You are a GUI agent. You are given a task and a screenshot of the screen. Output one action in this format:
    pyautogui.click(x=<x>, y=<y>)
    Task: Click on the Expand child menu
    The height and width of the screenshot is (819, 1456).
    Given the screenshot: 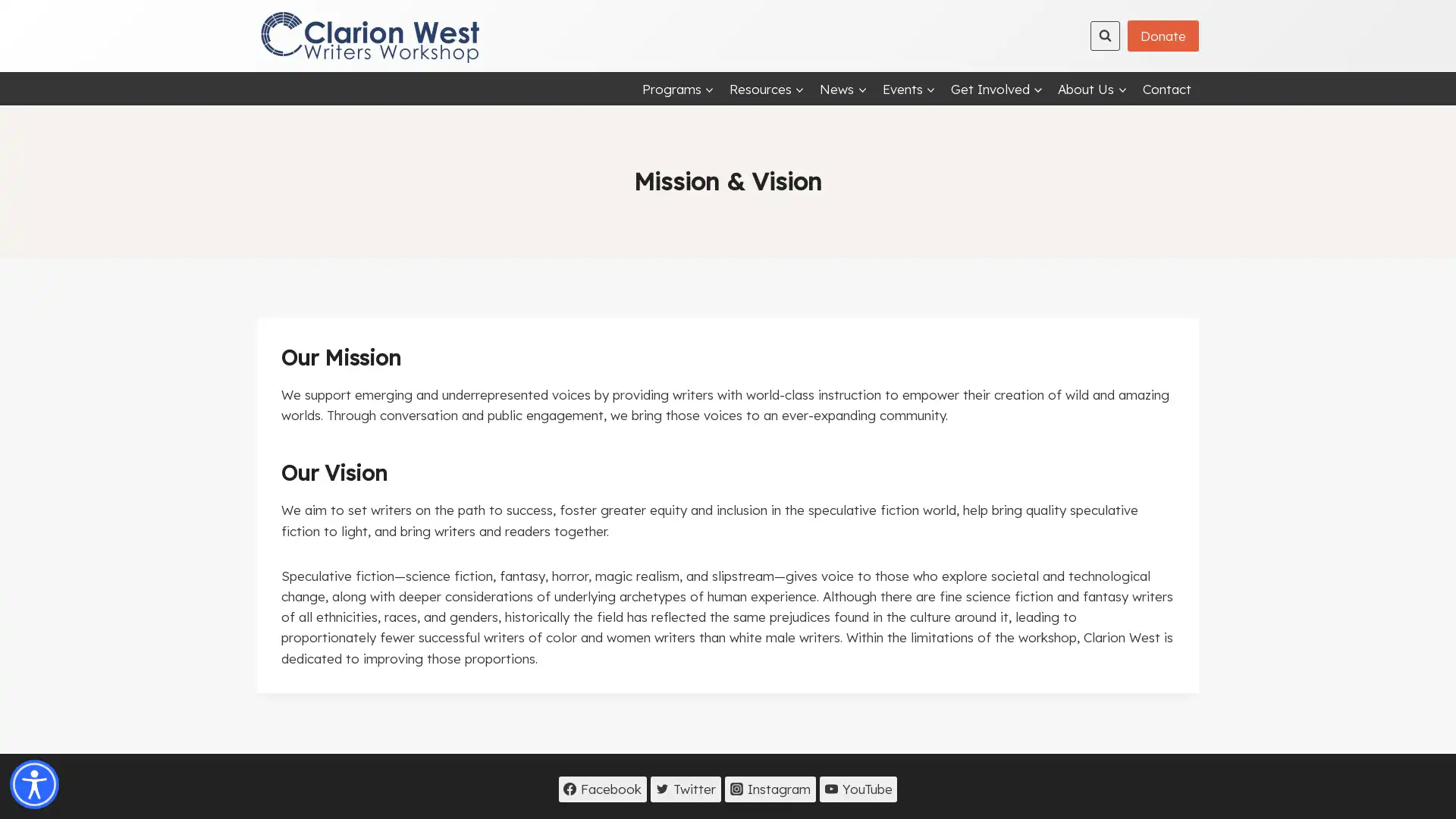 What is the action you would take?
    pyautogui.click(x=996, y=88)
    